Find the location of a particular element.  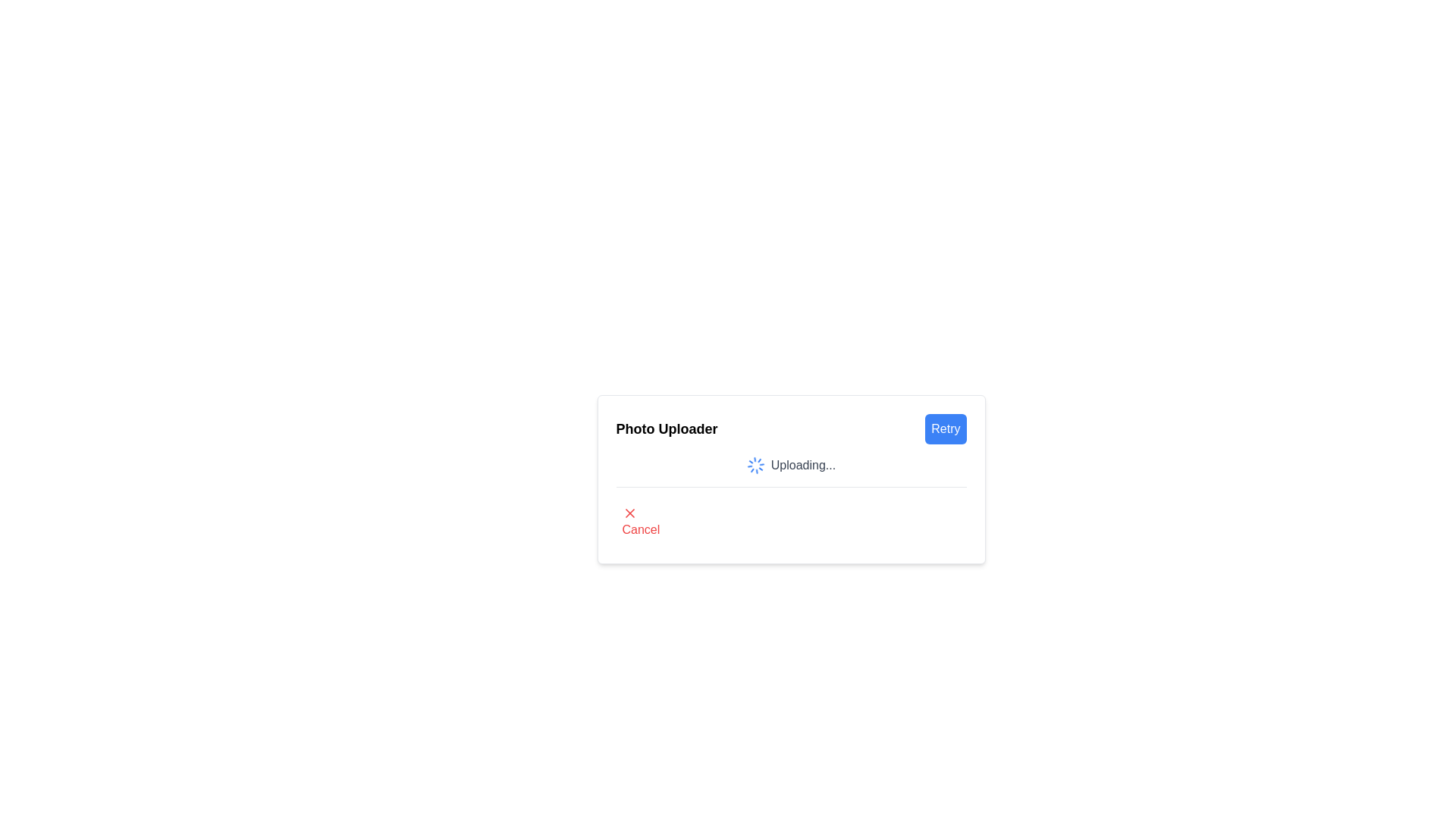

the text element that indicates an ongoing uploading process, which is positioned to the right of a spinning loader icon within a white card interface is located at coordinates (802, 464).